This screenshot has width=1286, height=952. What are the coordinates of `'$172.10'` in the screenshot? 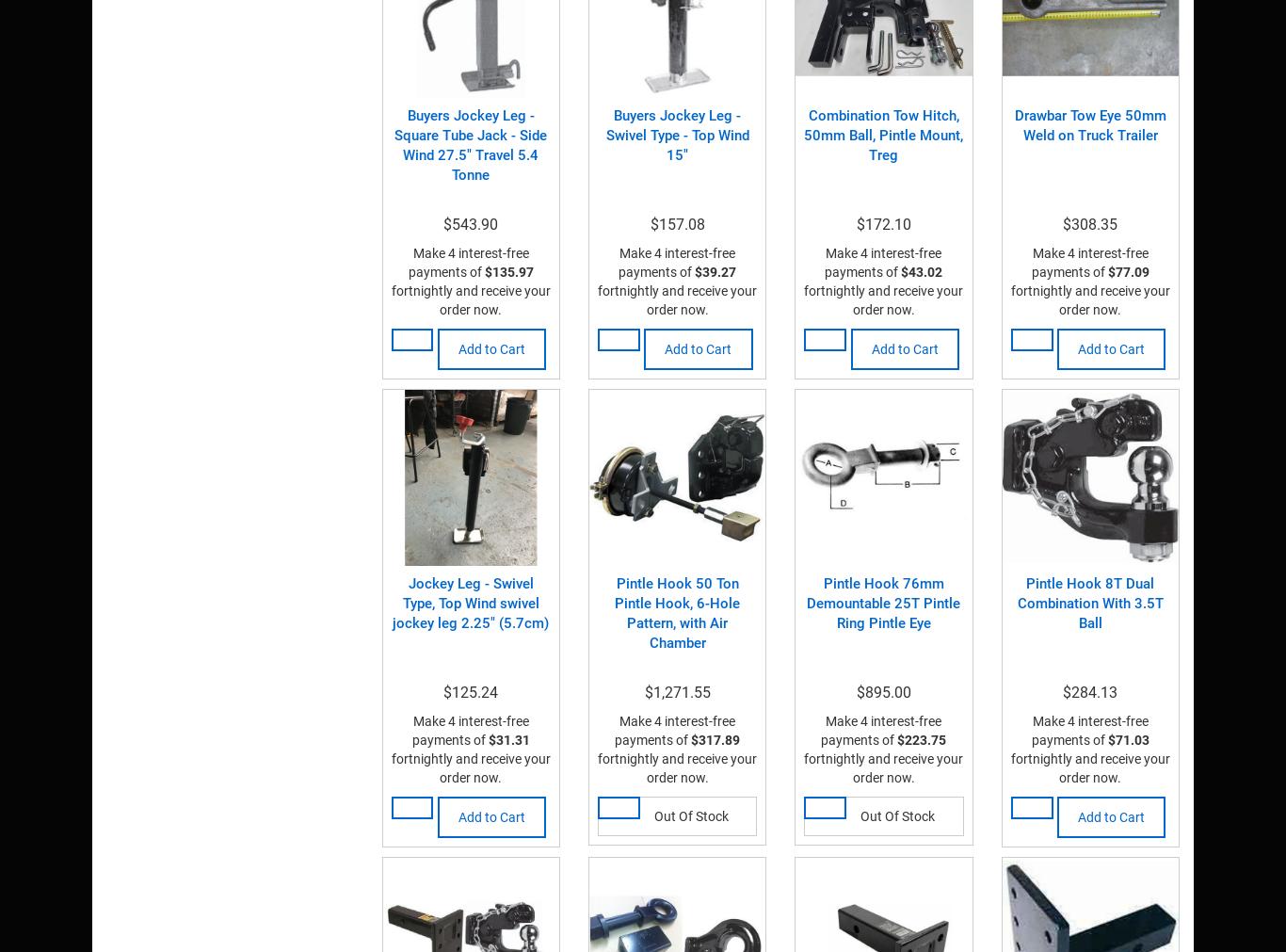 It's located at (883, 223).